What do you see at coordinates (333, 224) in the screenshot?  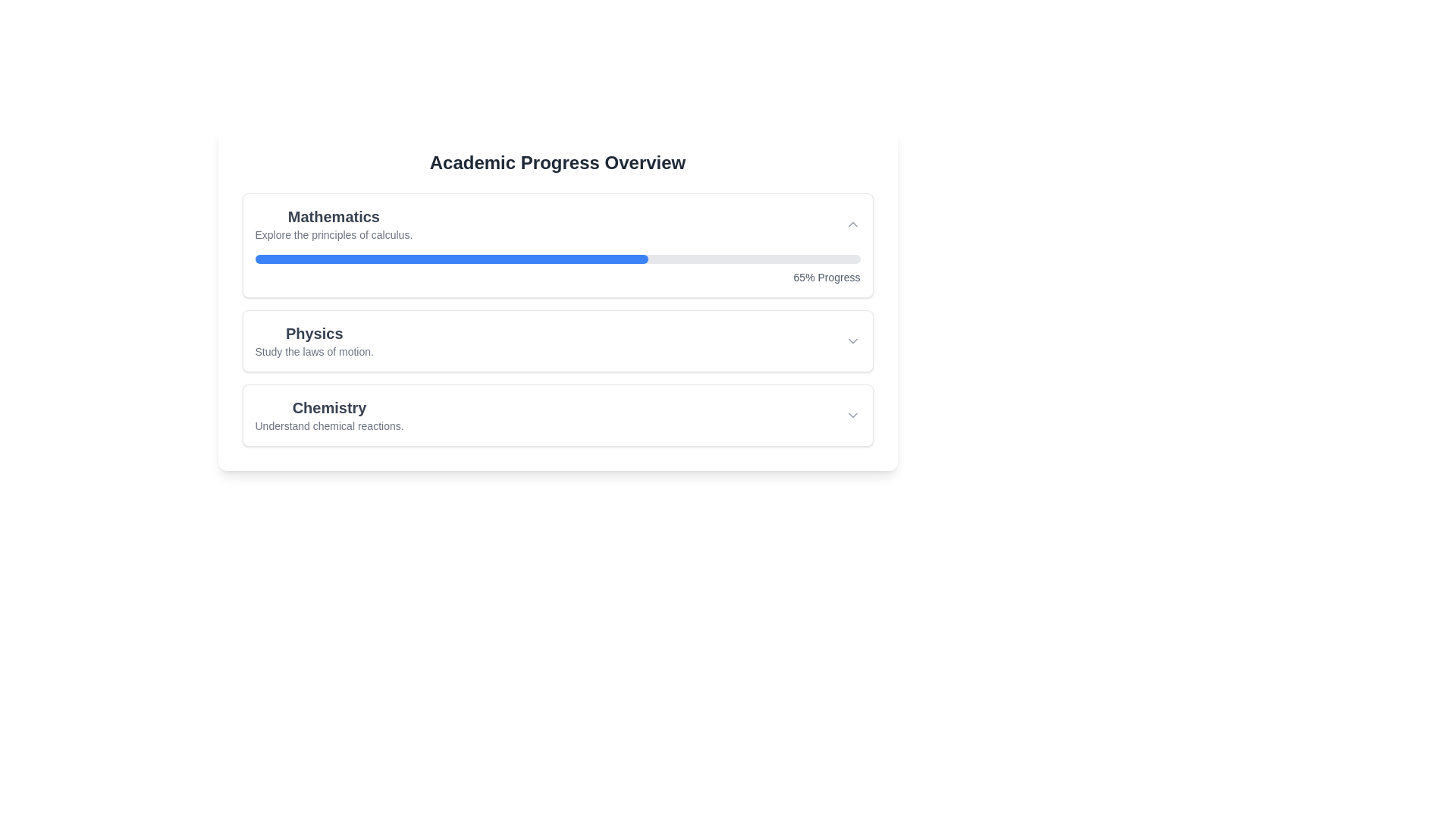 I see `the 'Mathematics' text content in the 'Academic Progress Overview' section, which is the first item in the vertical list of topics` at bounding box center [333, 224].